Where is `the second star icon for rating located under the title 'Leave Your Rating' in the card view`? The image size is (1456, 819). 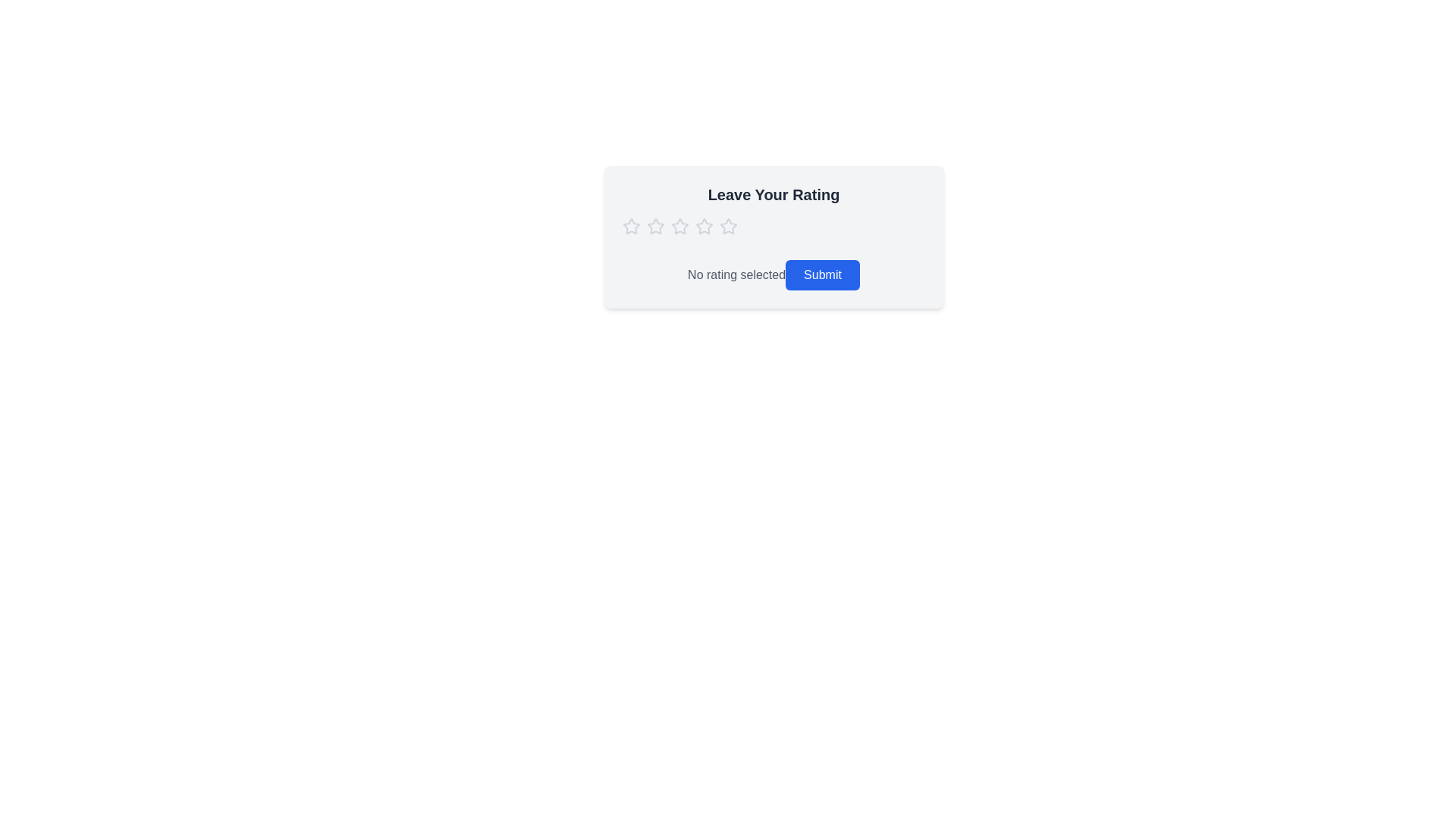 the second star icon for rating located under the title 'Leave Your Rating' in the card view is located at coordinates (703, 226).